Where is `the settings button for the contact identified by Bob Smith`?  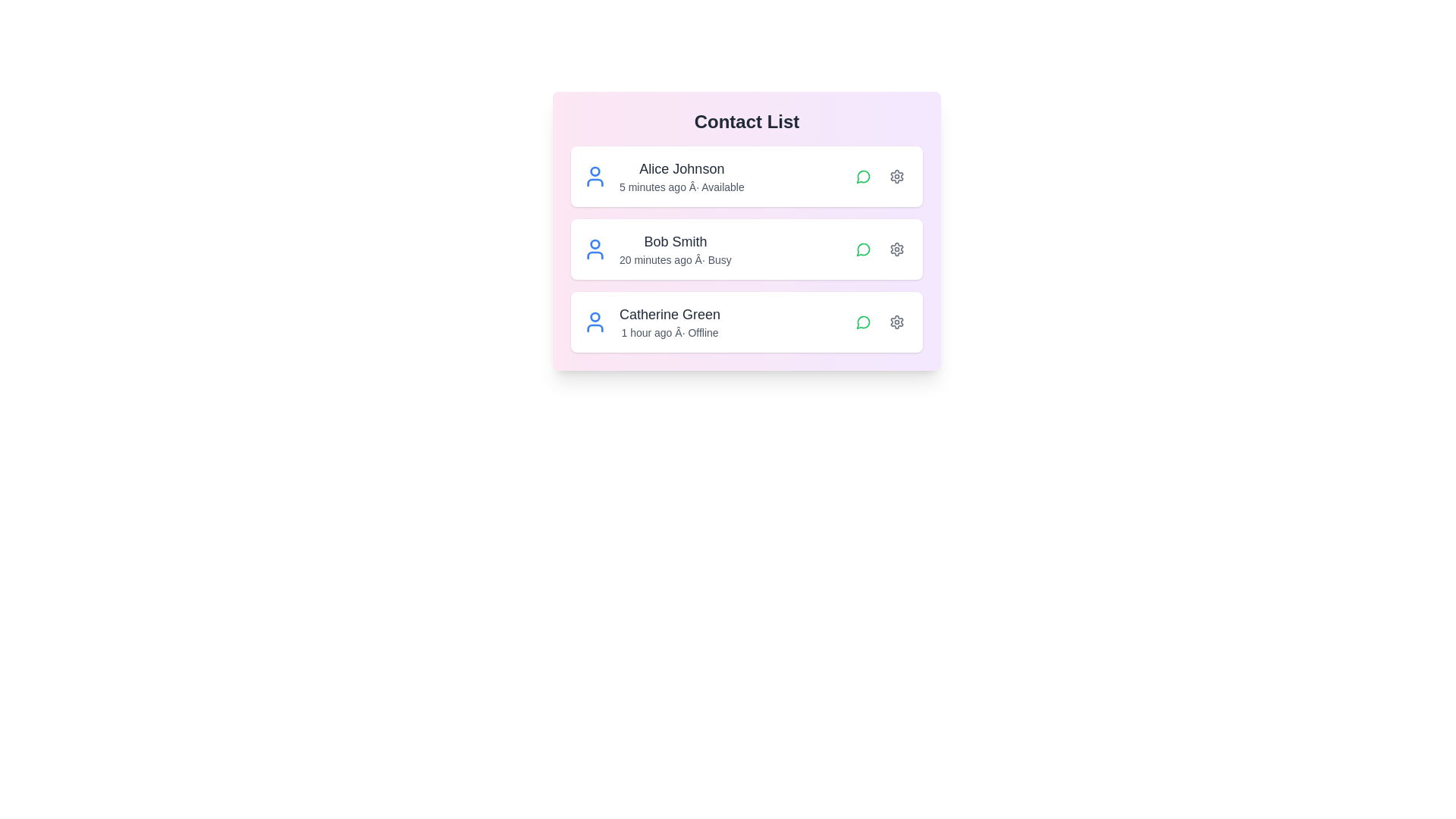 the settings button for the contact identified by Bob Smith is located at coordinates (896, 248).